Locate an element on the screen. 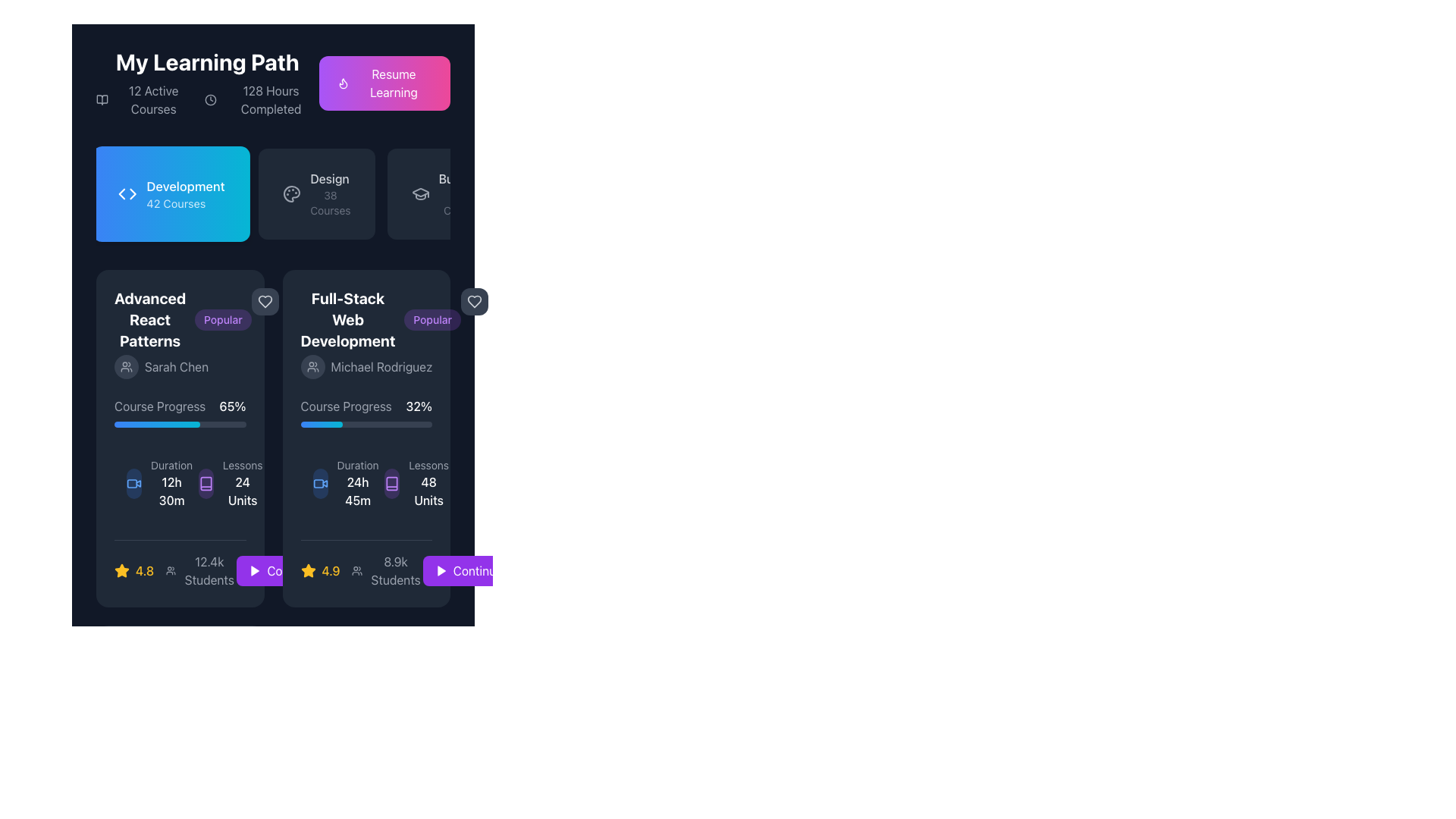 The image size is (1456, 819). the 'Course Progress' text label, which is light gray and positioned above the progress percentage in the 'Full-Stack Web Development' card is located at coordinates (345, 406).